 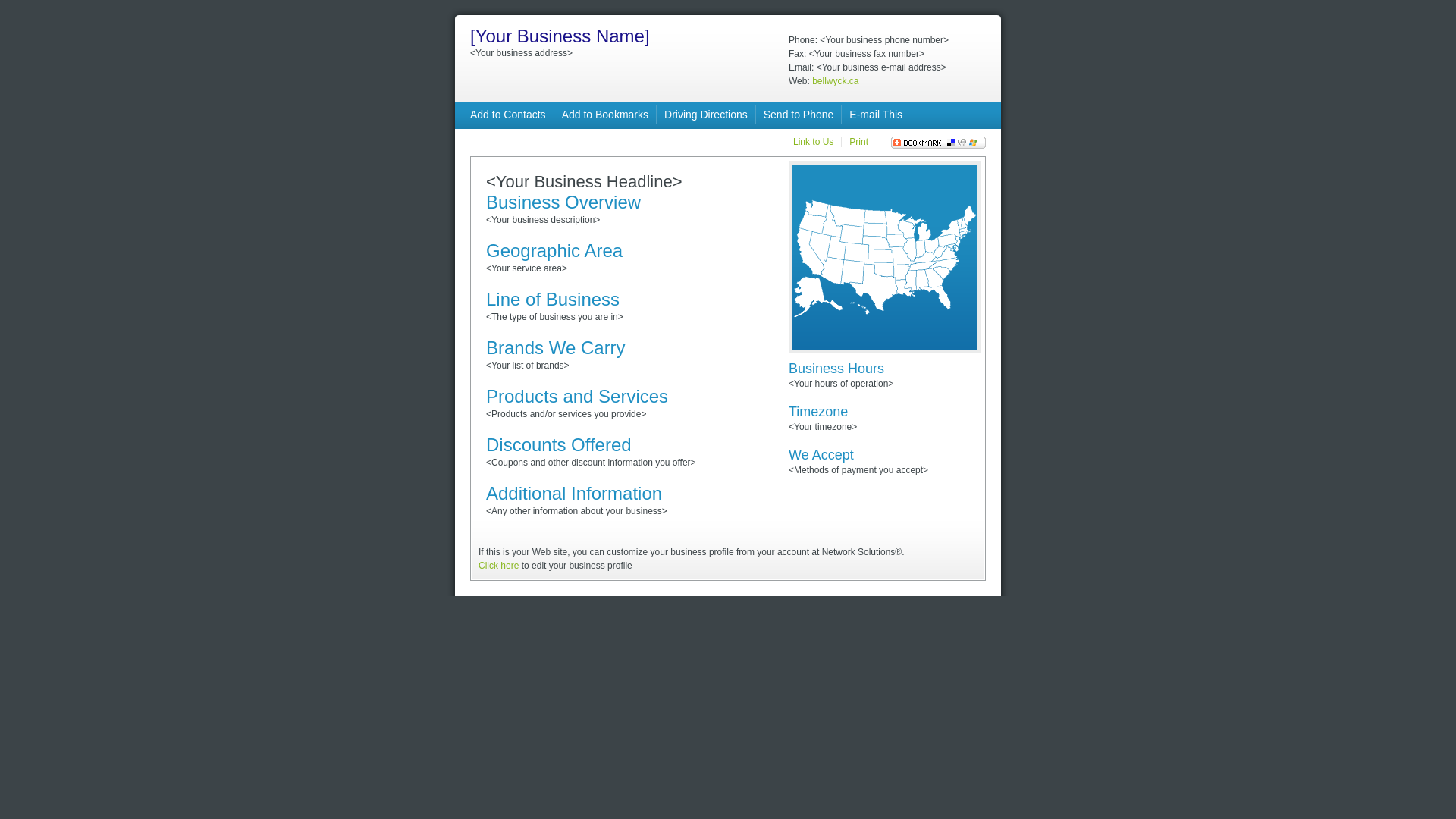 What do you see at coordinates (477, 565) in the screenshot?
I see `'Click here'` at bounding box center [477, 565].